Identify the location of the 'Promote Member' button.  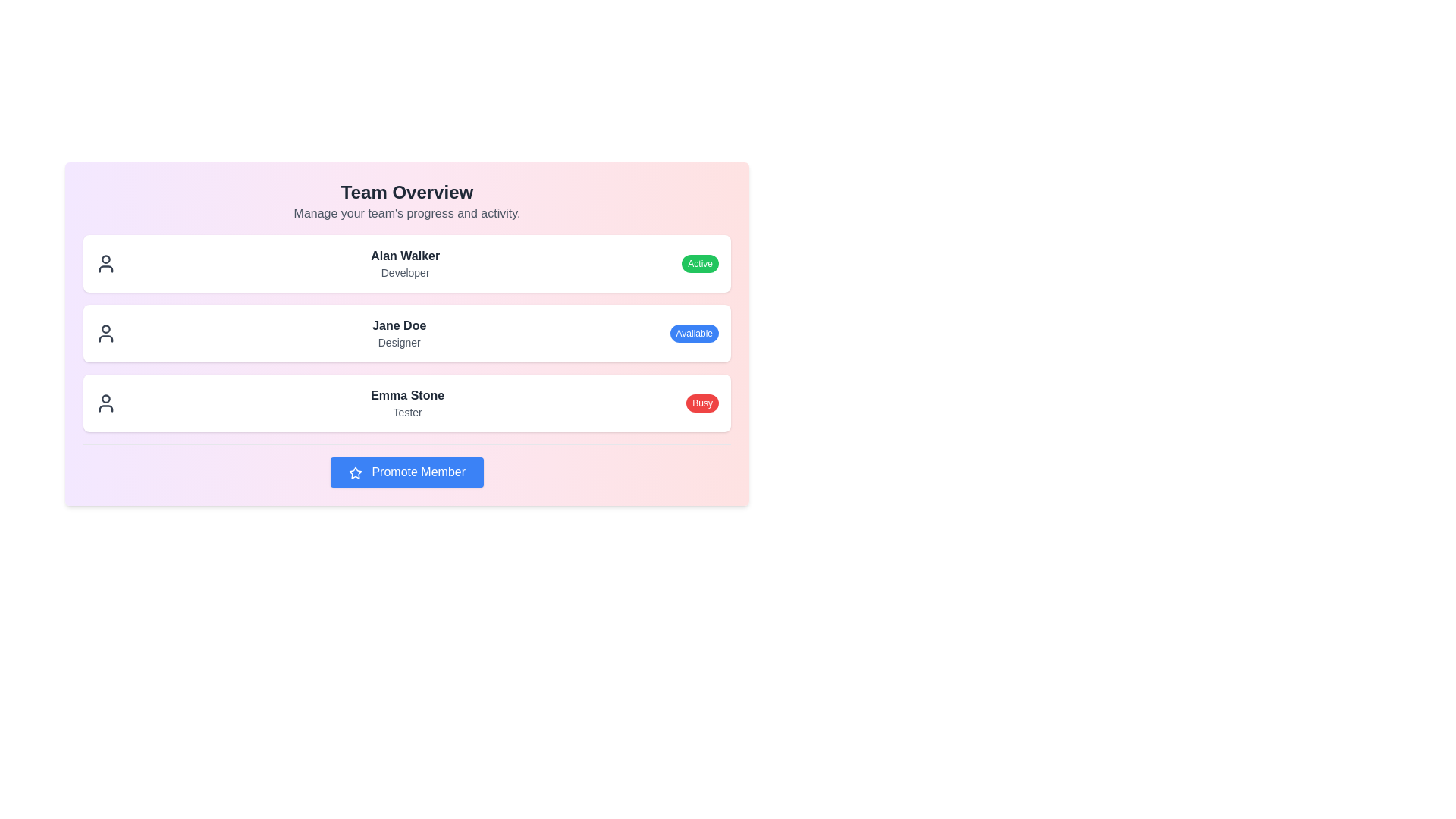
(407, 472).